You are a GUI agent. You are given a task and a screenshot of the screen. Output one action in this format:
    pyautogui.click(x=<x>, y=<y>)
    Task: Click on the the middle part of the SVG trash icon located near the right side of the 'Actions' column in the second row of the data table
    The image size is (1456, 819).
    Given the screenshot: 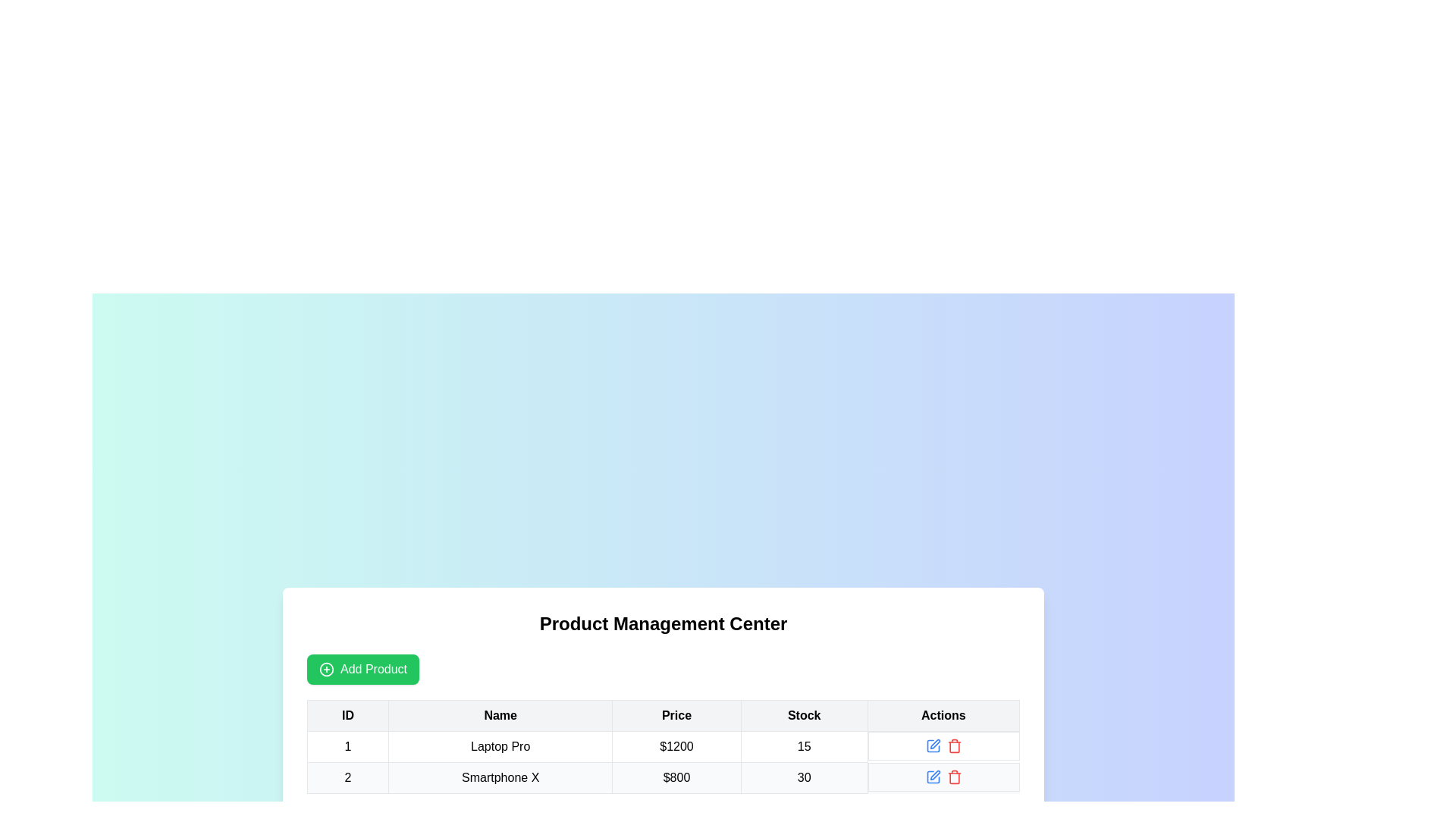 What is the action you would take?
    pyautogui.click(x=953, y=746)
    